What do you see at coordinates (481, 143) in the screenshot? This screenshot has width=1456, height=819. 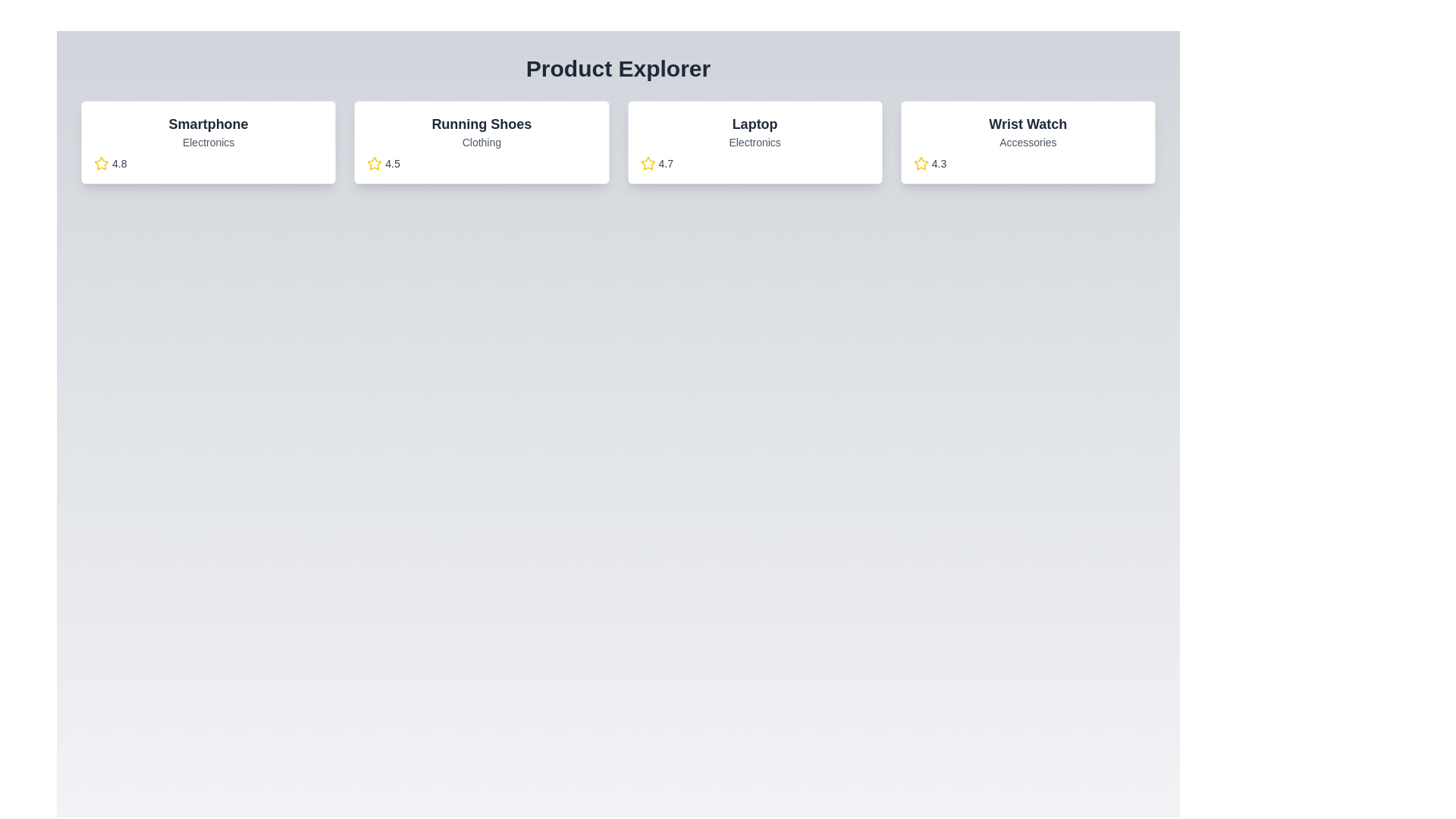 I see `the second card from the left in the four-card grid layout, which is the 'Running Shoes' card` at bounding box center [481, 143].